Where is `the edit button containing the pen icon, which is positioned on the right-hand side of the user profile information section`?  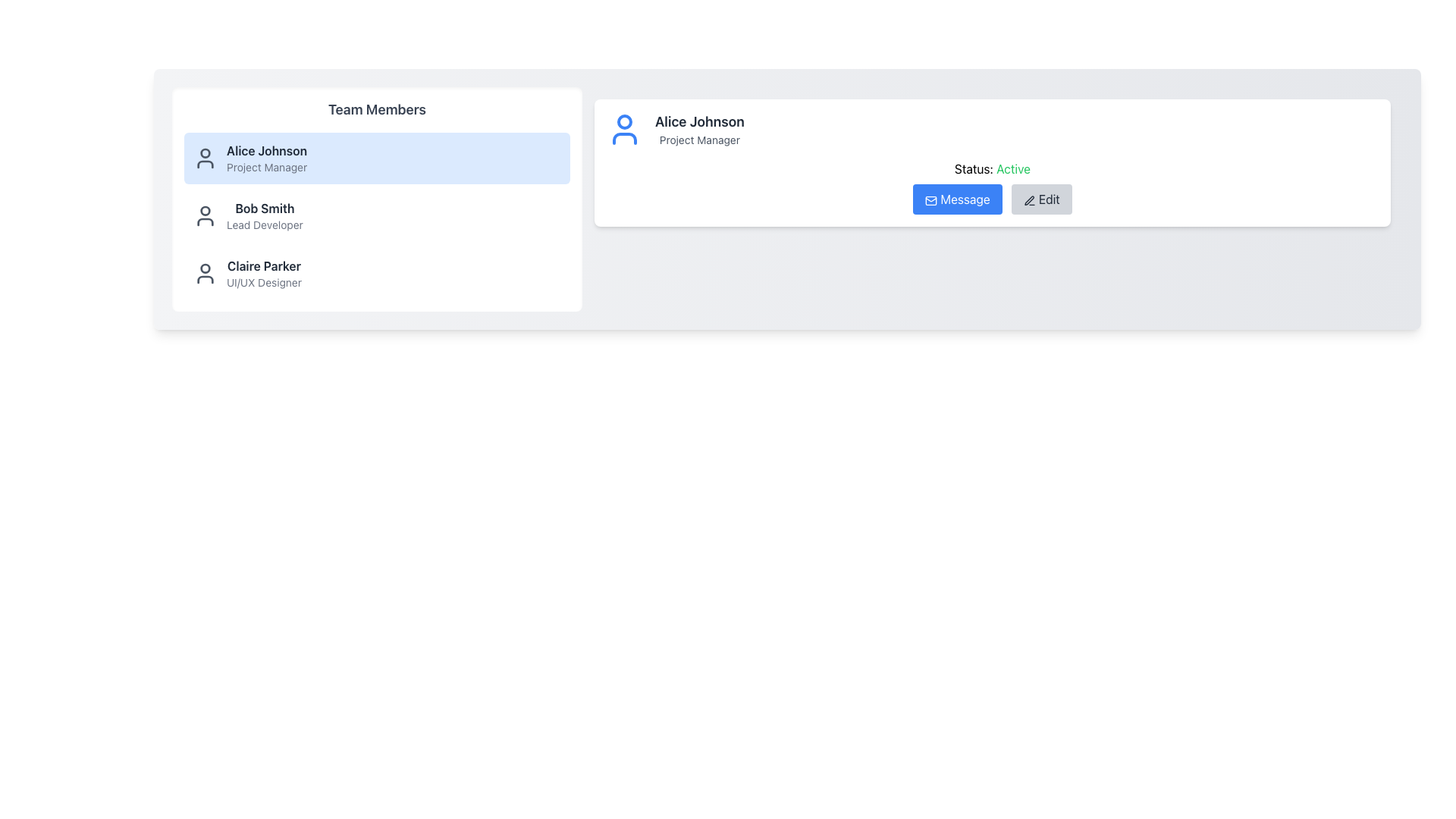 the edit button containing the pen icon, which is positioned on the right-hand side of the user profile information section is located at coordinates (1029, 199).